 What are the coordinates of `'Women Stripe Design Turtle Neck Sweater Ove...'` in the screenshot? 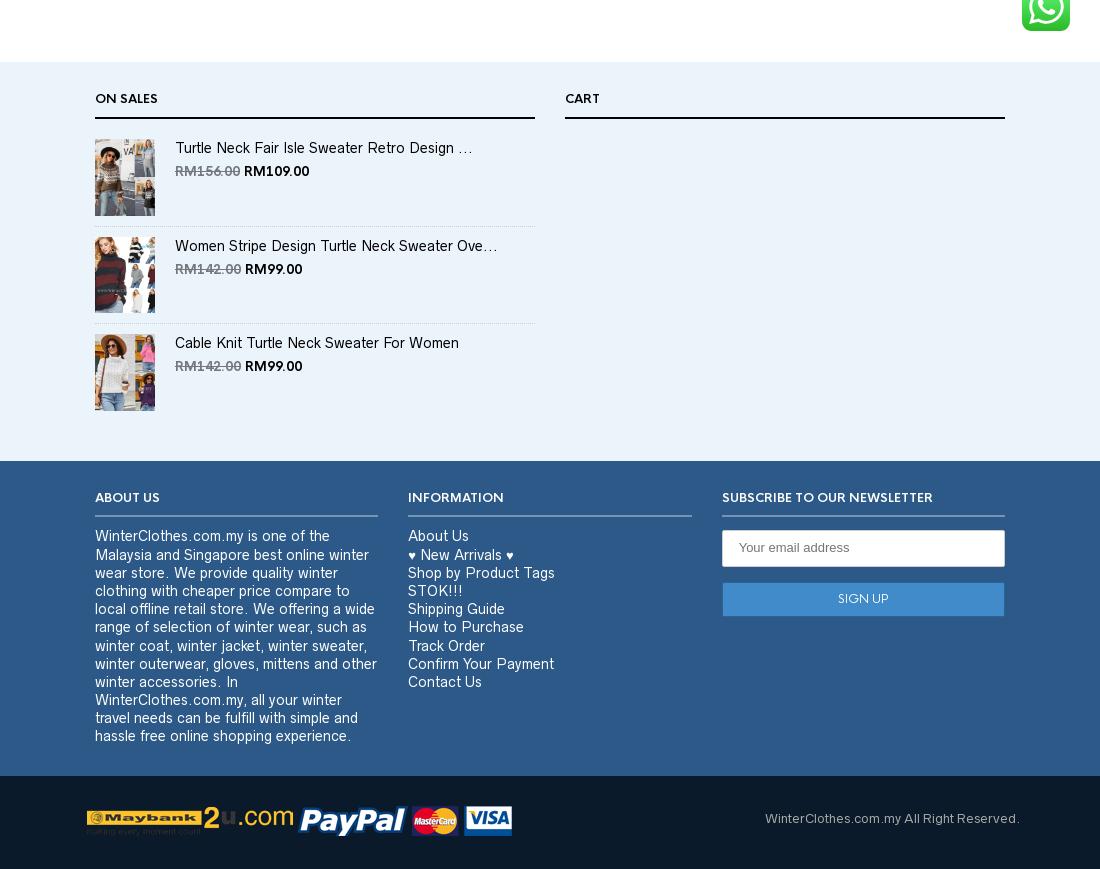 It's located at (335, 282).